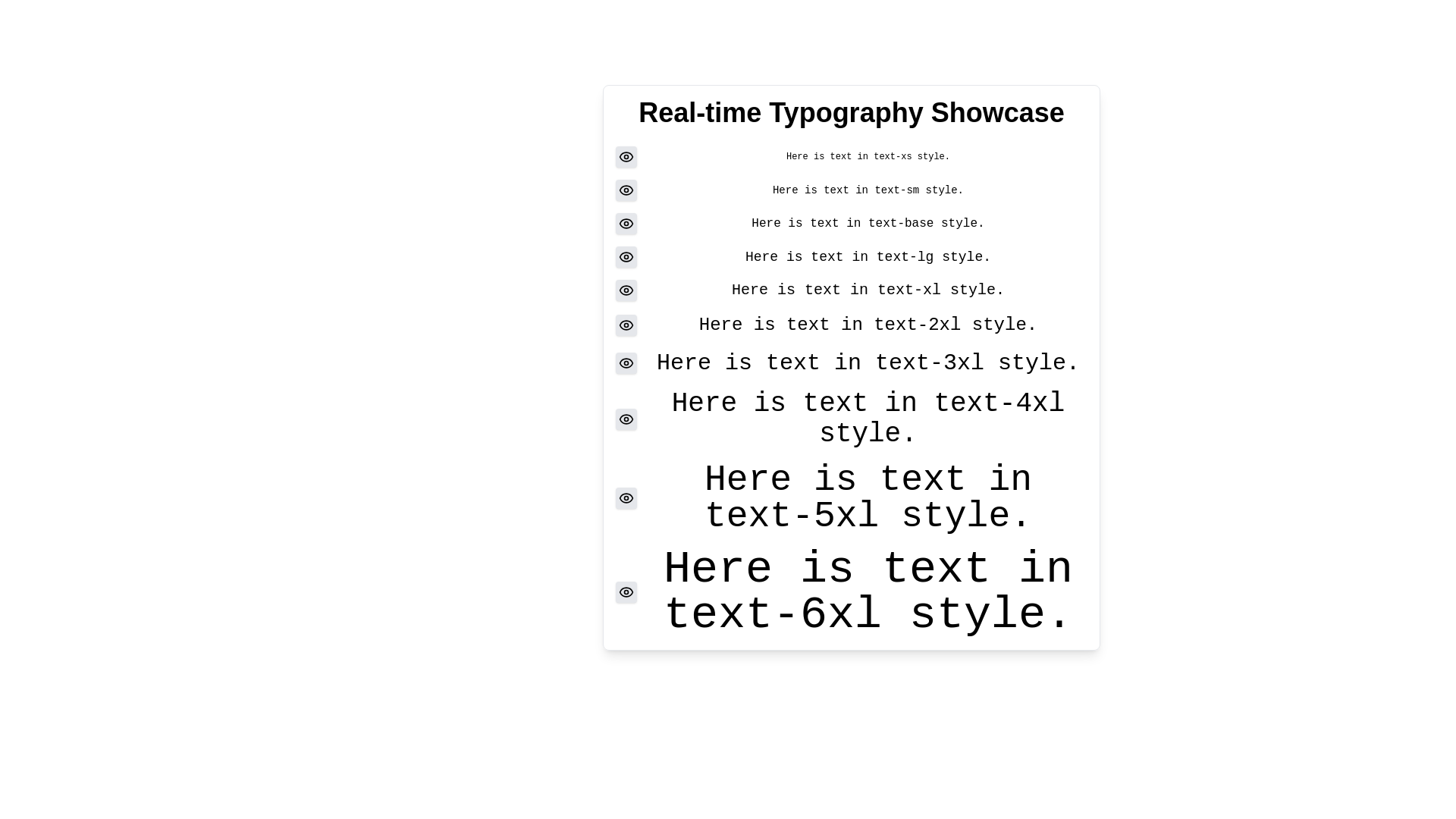  Describe the element at coordinates (852, 157) in the screenshot. I see `the text display component that reads 'Here is text in text-xs style.' located in the 'Real-time Typography Showcase' section` at that location.